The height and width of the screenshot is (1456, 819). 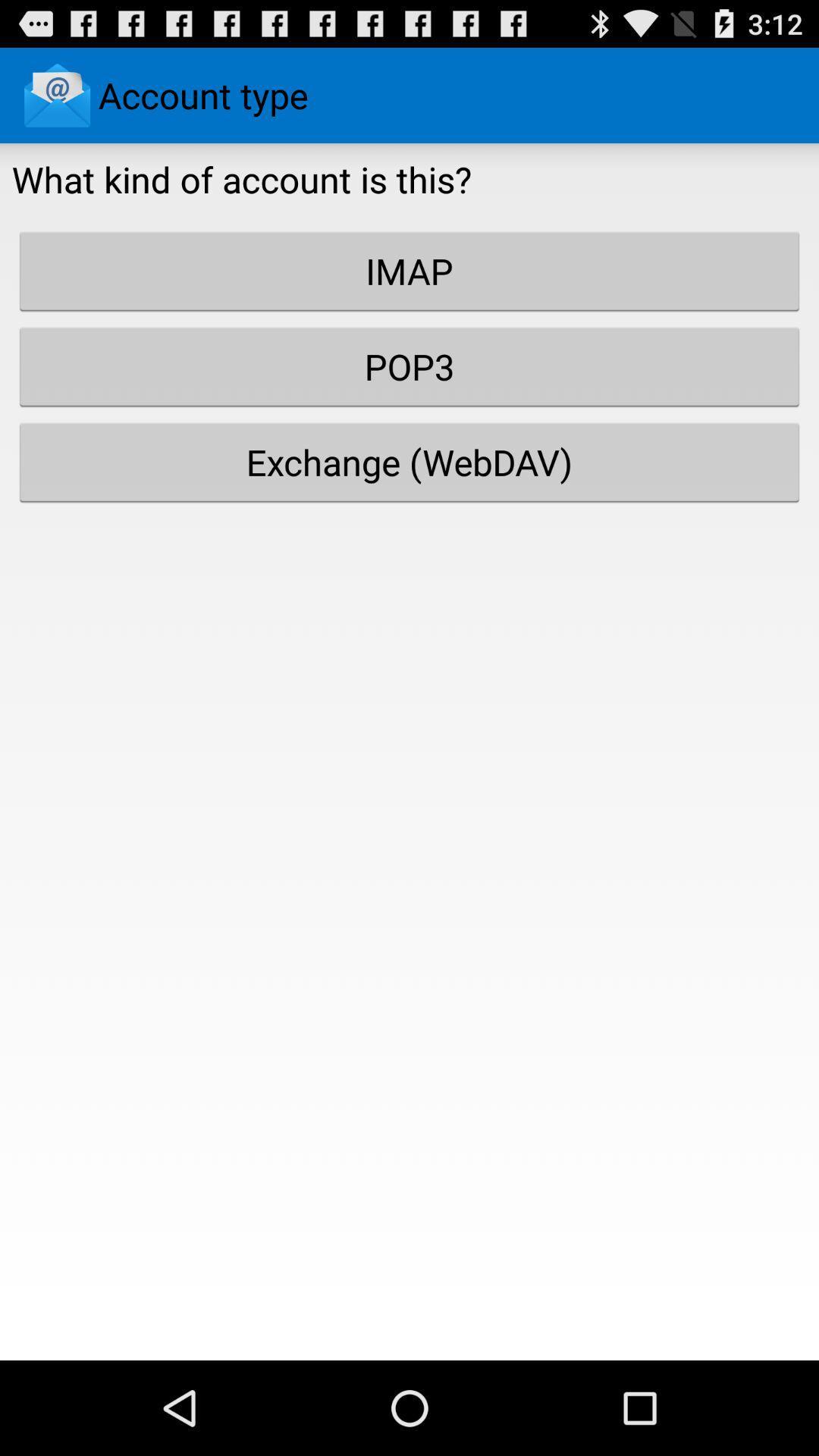 I want to click on the exchange (webdav), so click(x=409, y=461).